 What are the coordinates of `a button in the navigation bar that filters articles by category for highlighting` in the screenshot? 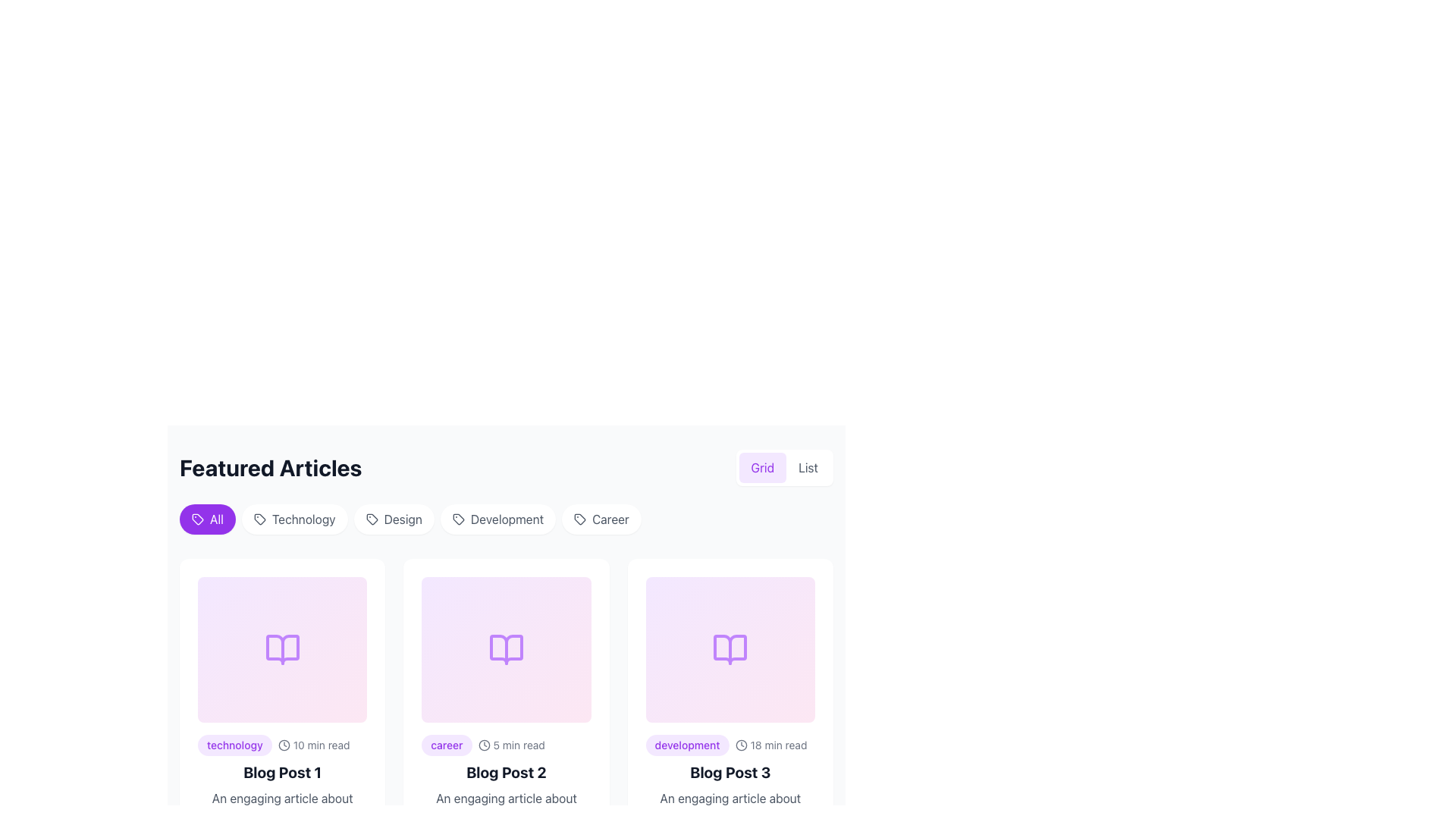 It's located at (506, 522).